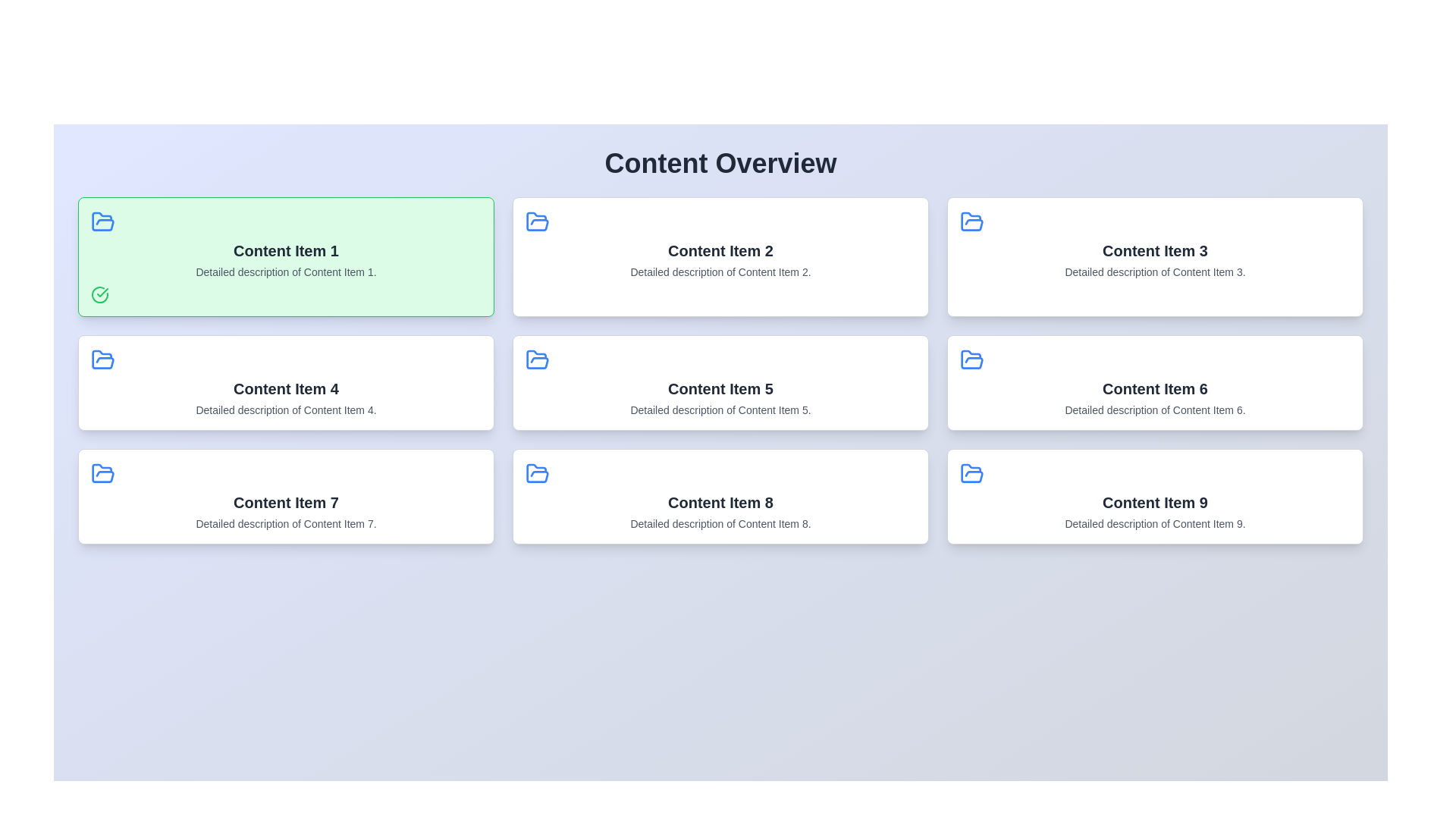 The width and height of the screenshot is (1456, 819). Describe the element at coordinates (1154, 409) in the screenshot. I see `the descriptive text label for 'Content Item 6' located in the second row and third column of the grid, positioned below its title` at that location.